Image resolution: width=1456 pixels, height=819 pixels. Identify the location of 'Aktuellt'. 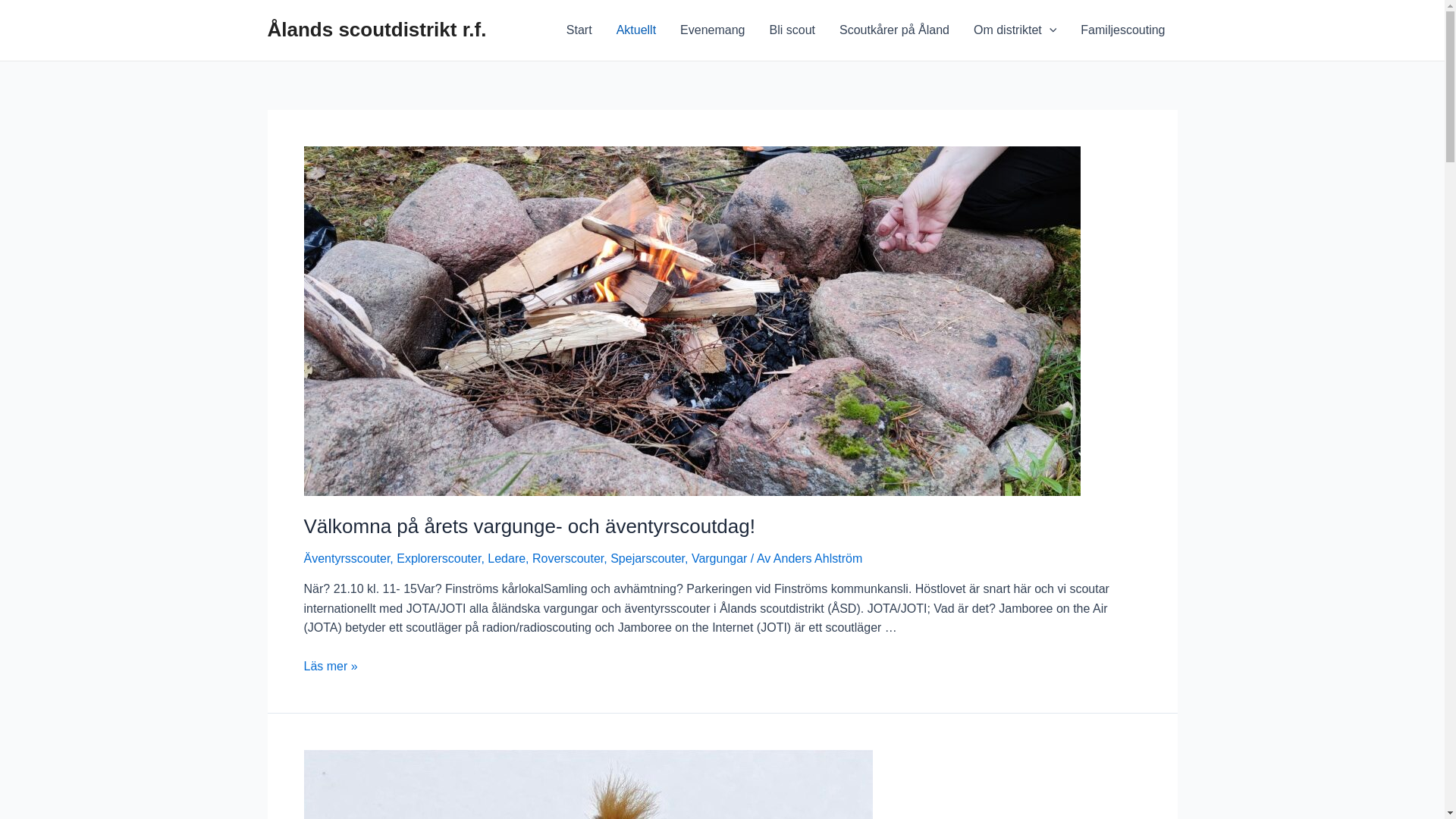
(636, 30).